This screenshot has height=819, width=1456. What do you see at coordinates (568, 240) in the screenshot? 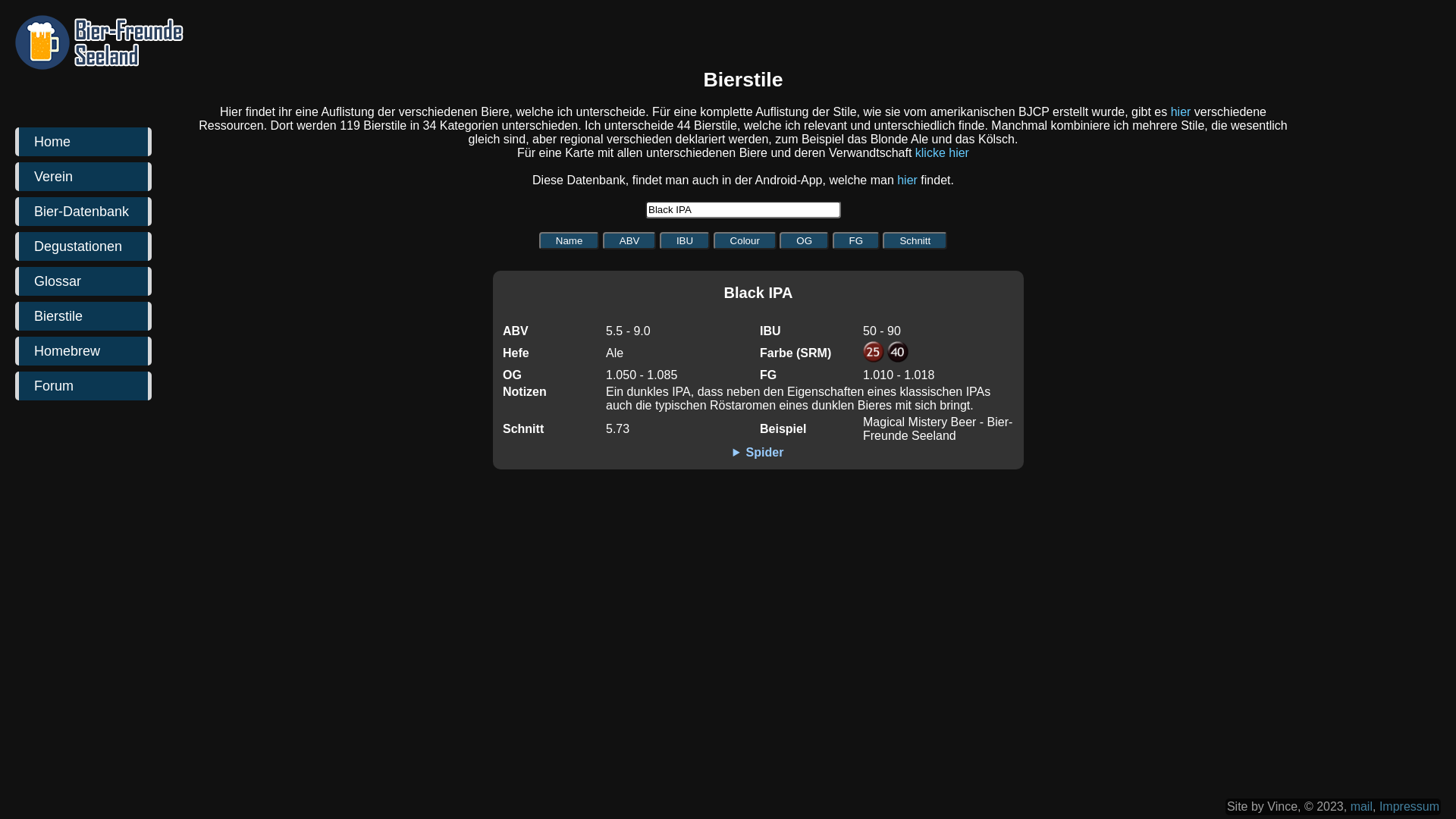
I see `'Name'` at bounding box center [568, 240].